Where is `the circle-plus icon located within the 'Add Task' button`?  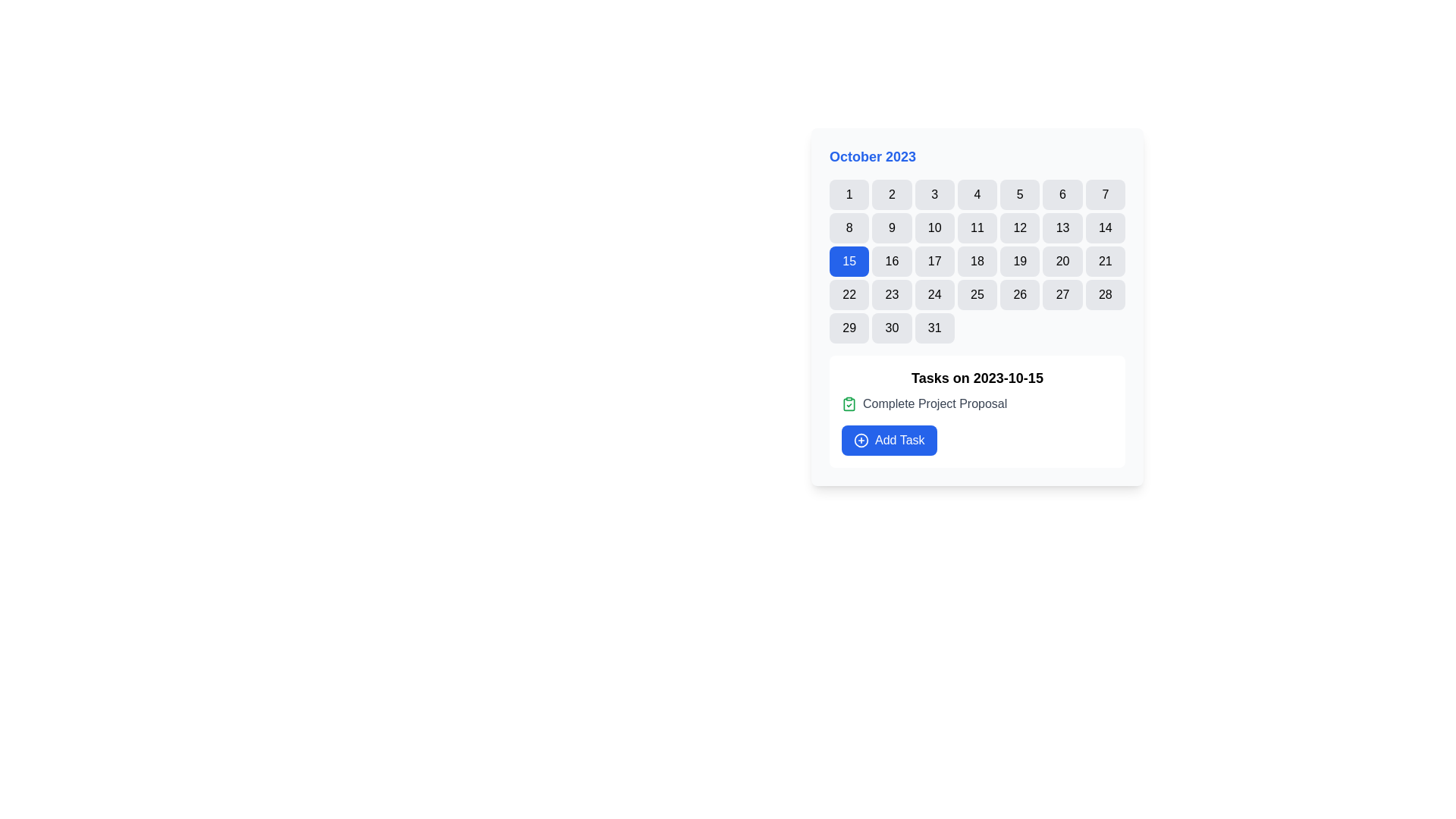
the circle-plus icon located within the 'Add Task' button is located at coordinates (861, 441).